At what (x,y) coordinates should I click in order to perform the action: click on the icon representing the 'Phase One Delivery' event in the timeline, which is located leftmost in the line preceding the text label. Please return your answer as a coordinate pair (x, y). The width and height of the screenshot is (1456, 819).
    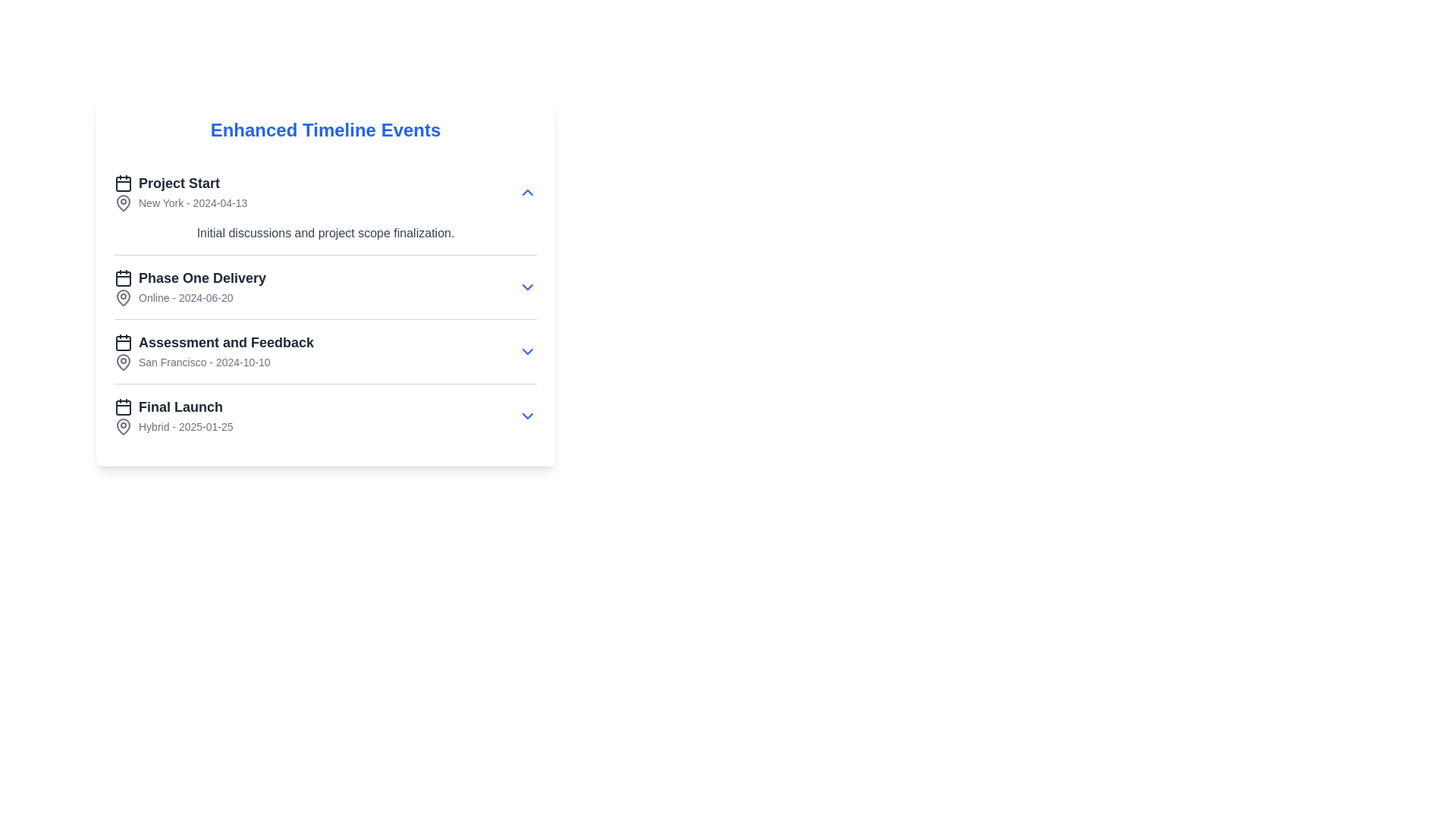
    Looking at the image, I should click on (124, 278).